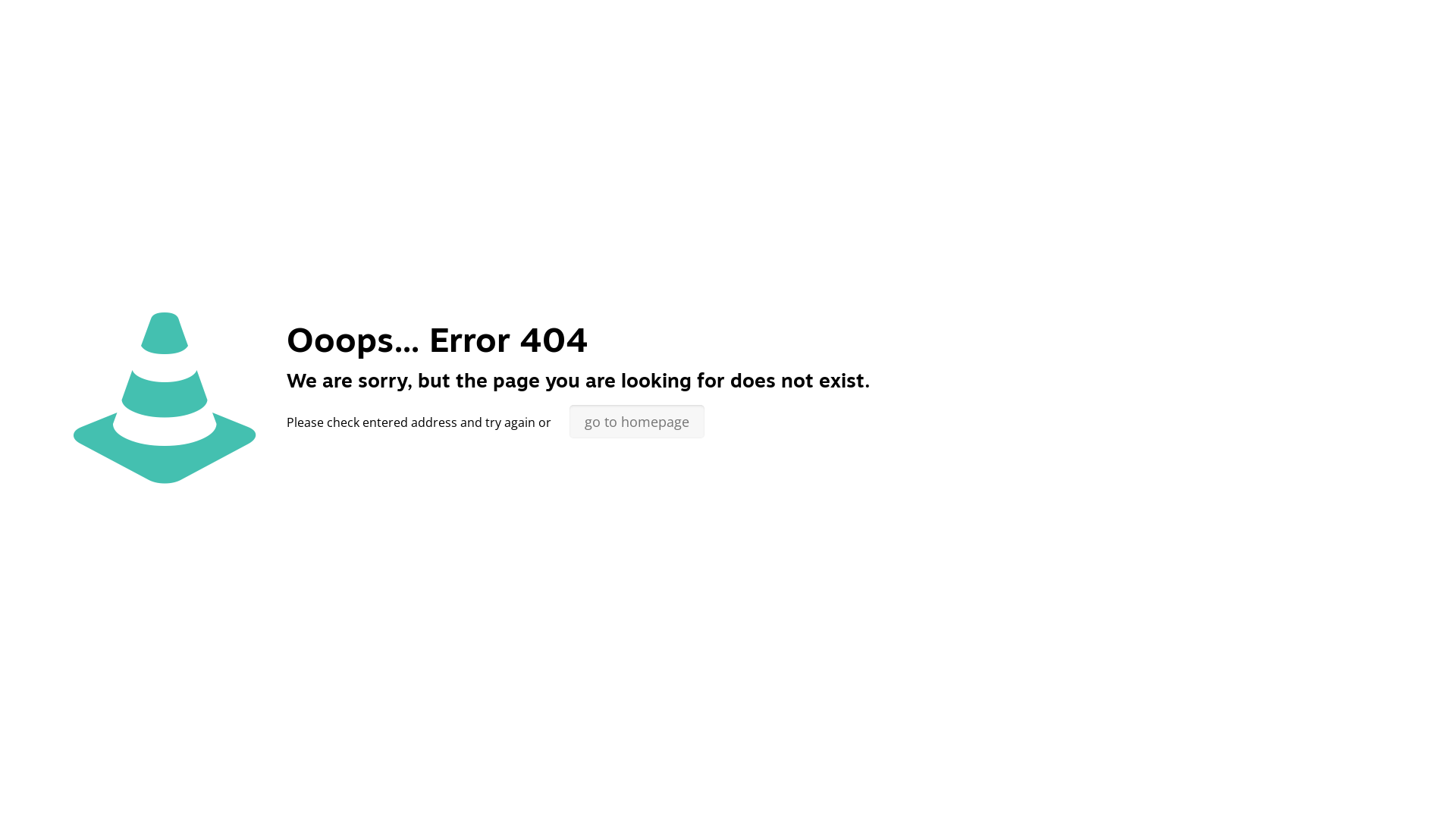 The width and height of the screenshot is (1456, 819). Describe the element at coordinates (568, 421) in the screenshot. I see `'go to homepage'` at that location.